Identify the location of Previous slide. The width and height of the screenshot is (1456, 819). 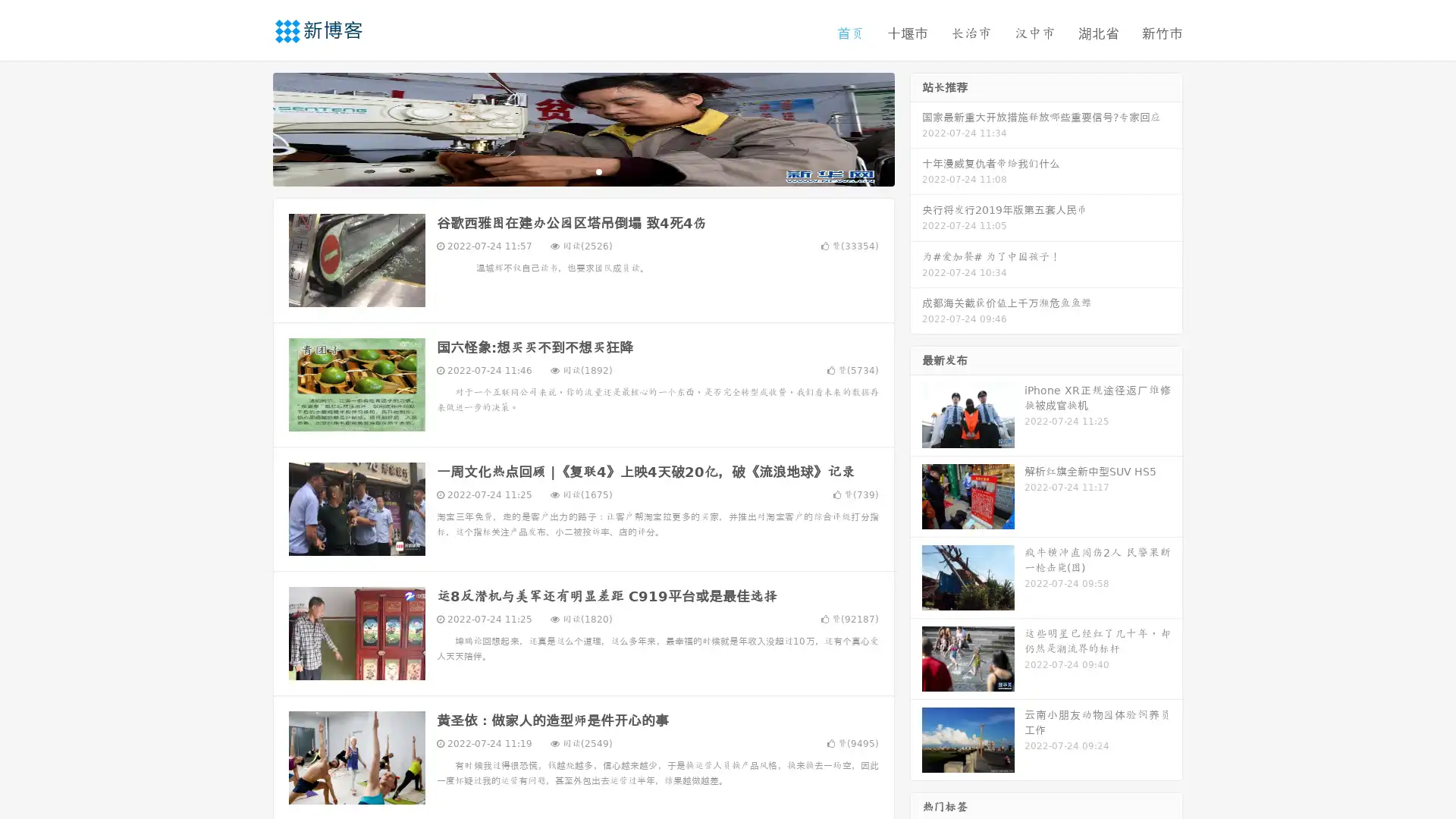
(250, 127).